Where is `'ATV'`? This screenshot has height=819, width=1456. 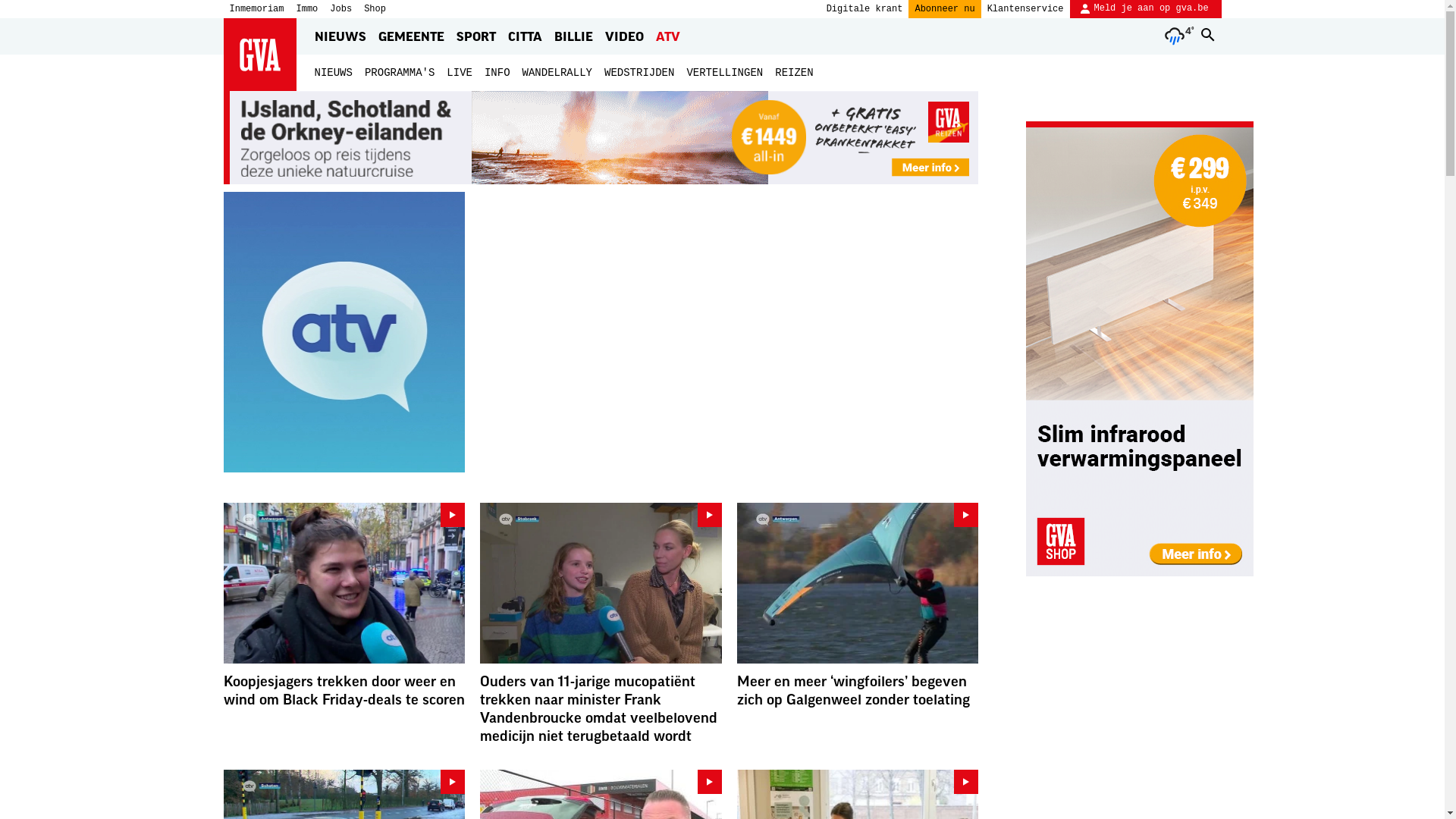
'ATV' is located at coordinates (651, 35).